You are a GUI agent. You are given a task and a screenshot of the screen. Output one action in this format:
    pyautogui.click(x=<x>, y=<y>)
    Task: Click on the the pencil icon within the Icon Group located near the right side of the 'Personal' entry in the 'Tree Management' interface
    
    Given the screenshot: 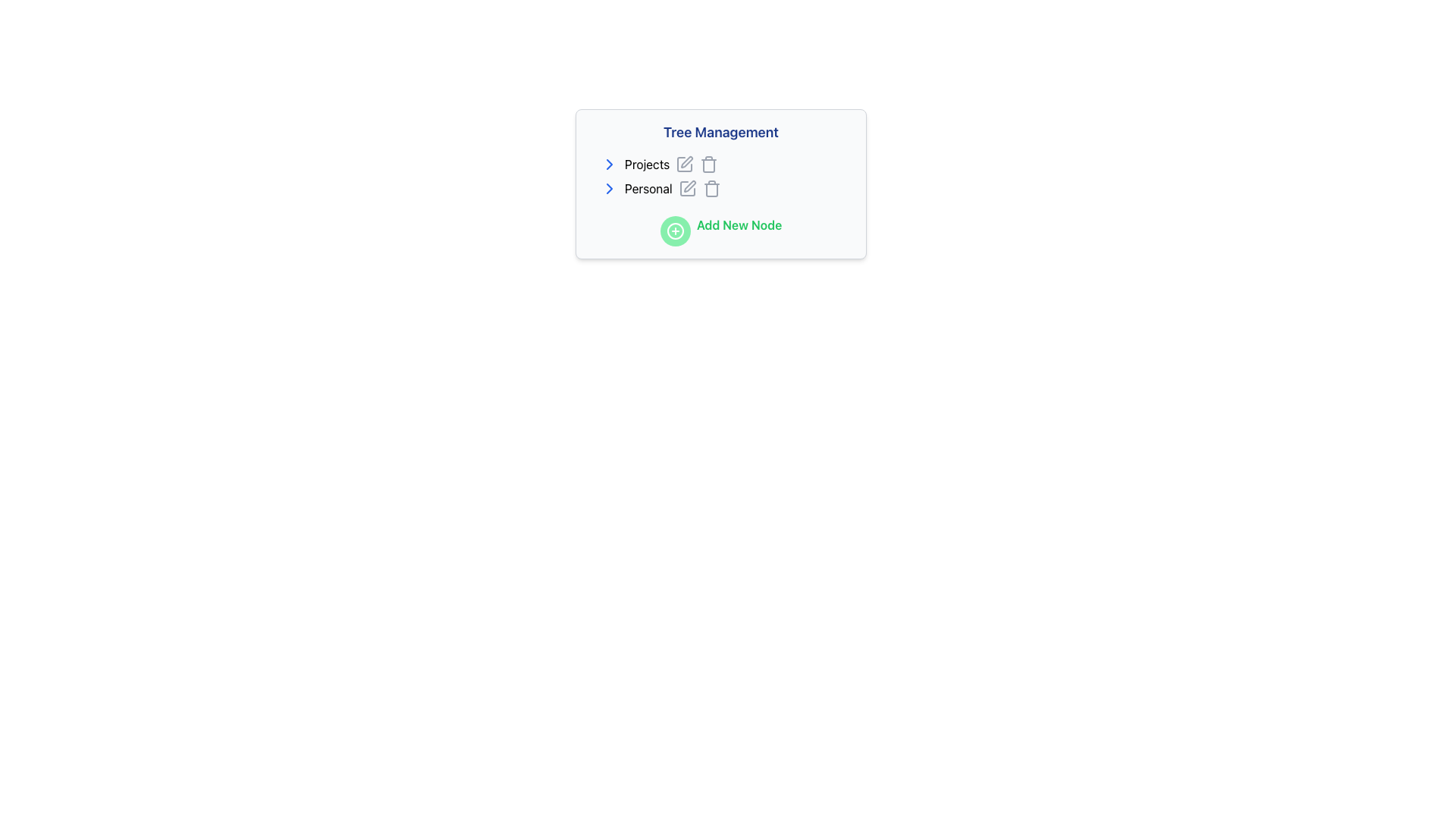 What is the action you would take?
    pyautogui.click(x=698, y=188)
    